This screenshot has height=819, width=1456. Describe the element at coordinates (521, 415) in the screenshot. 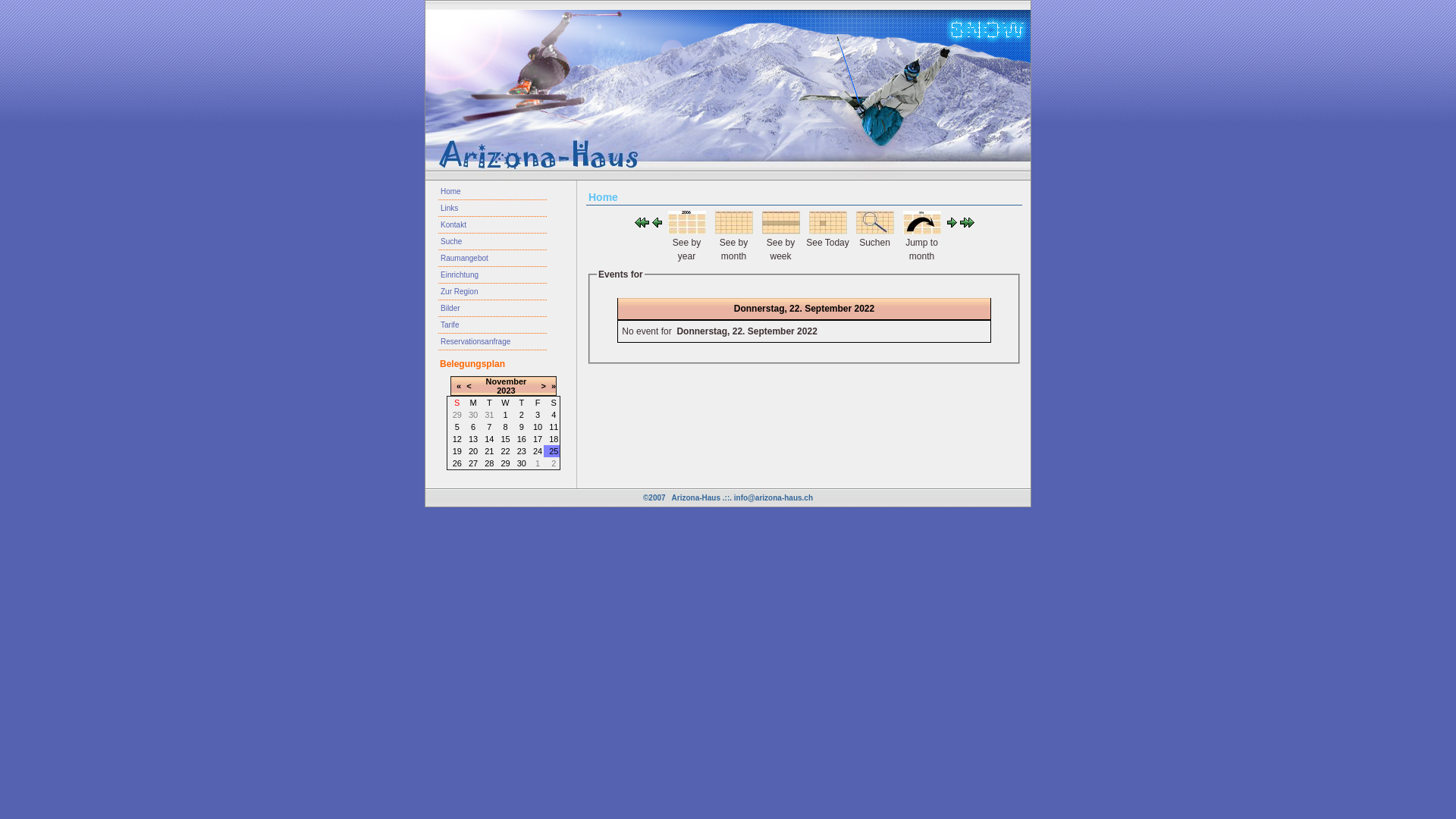

I see `'2'` at that location.